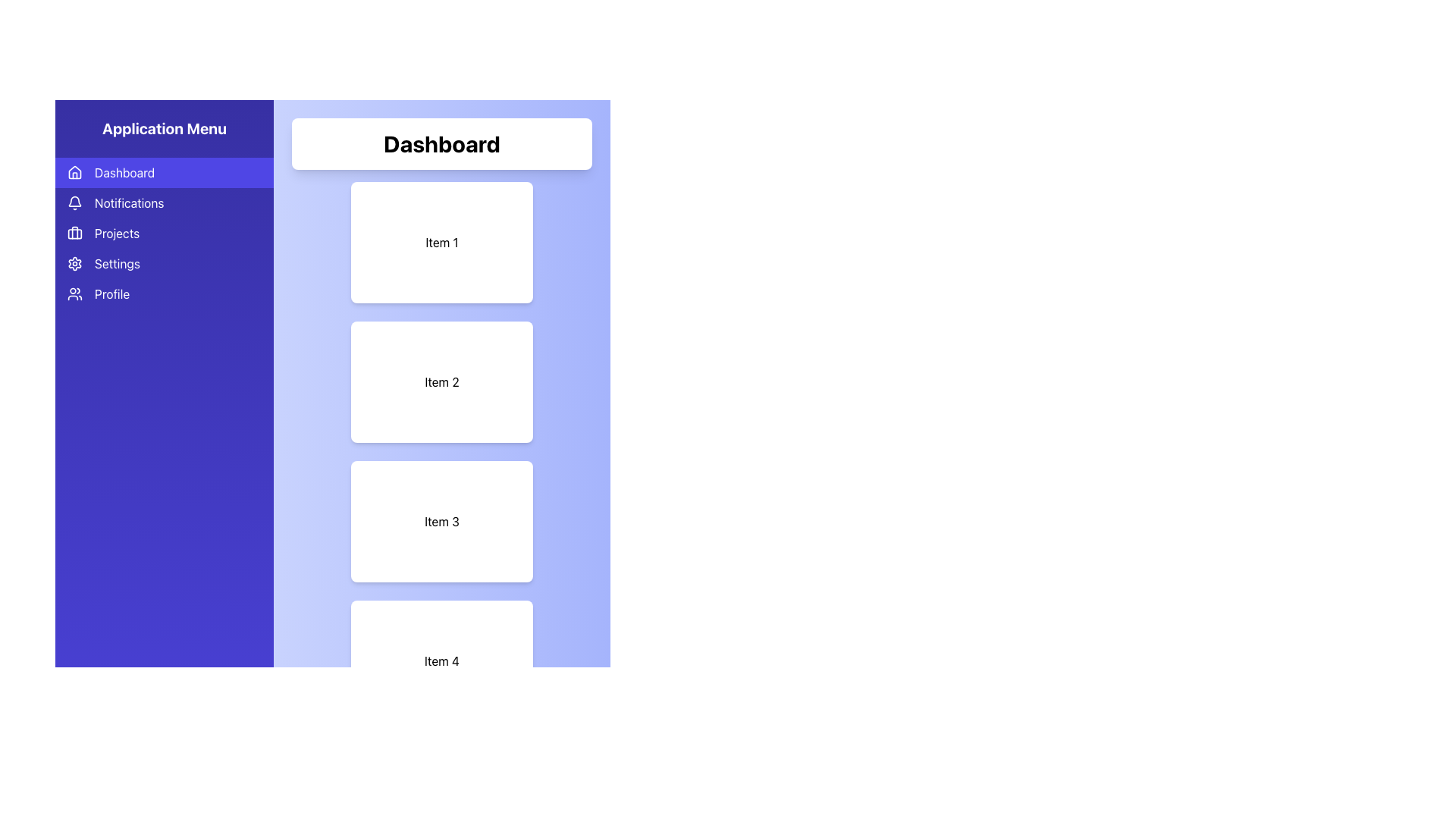 Image resolution: width=1456 pixels, height=819 pixels. Describe the element at coordinates (74, 200) in the screenshot. I see `the bell icon in the Notifications section of the vertical navigation menu on the left side of the application interface` at that location.